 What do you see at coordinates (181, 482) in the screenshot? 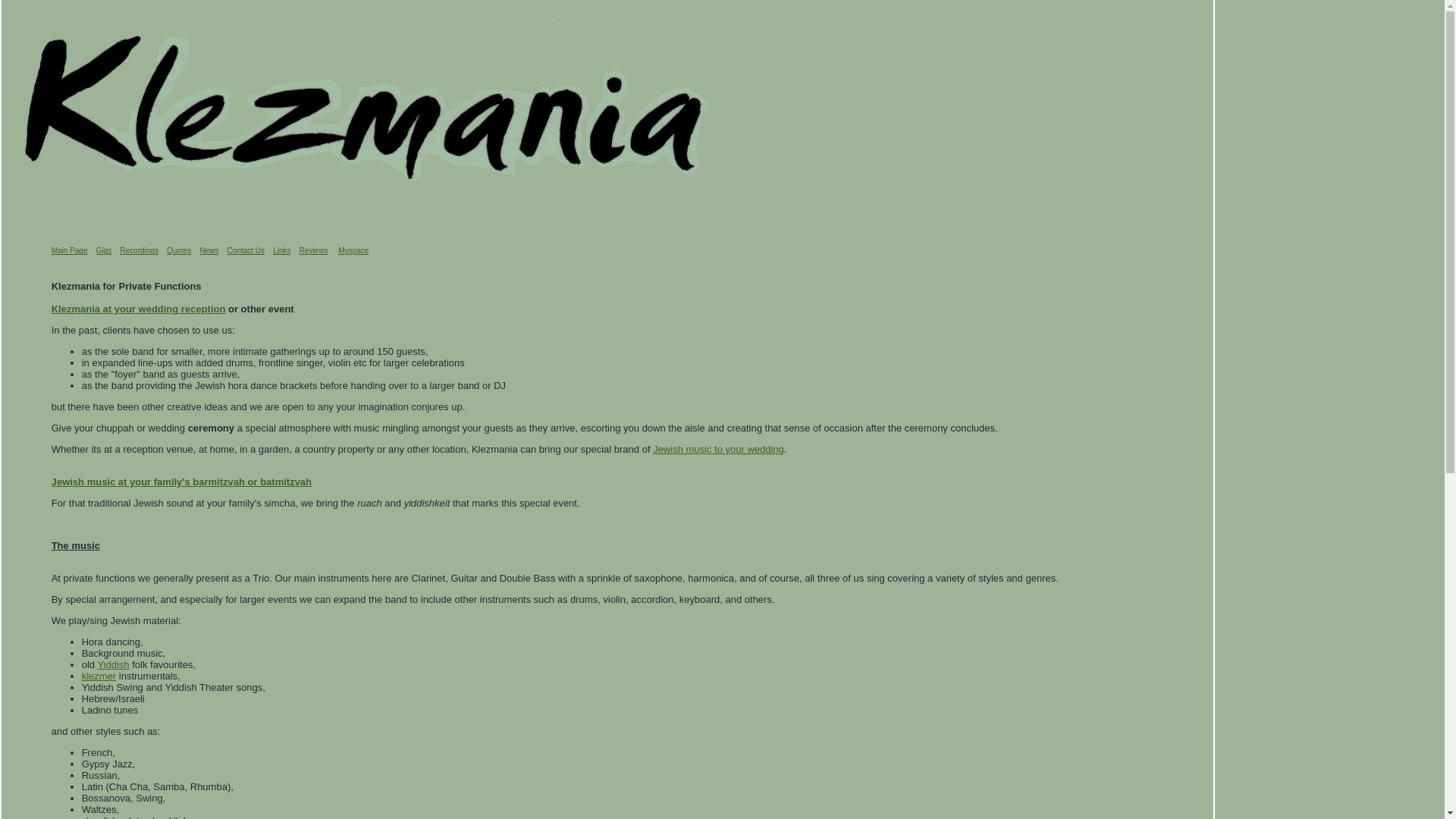
I see `'Jewish music at your family's barmitzvah or batmitzvah'` at bounding box center [181, 482].